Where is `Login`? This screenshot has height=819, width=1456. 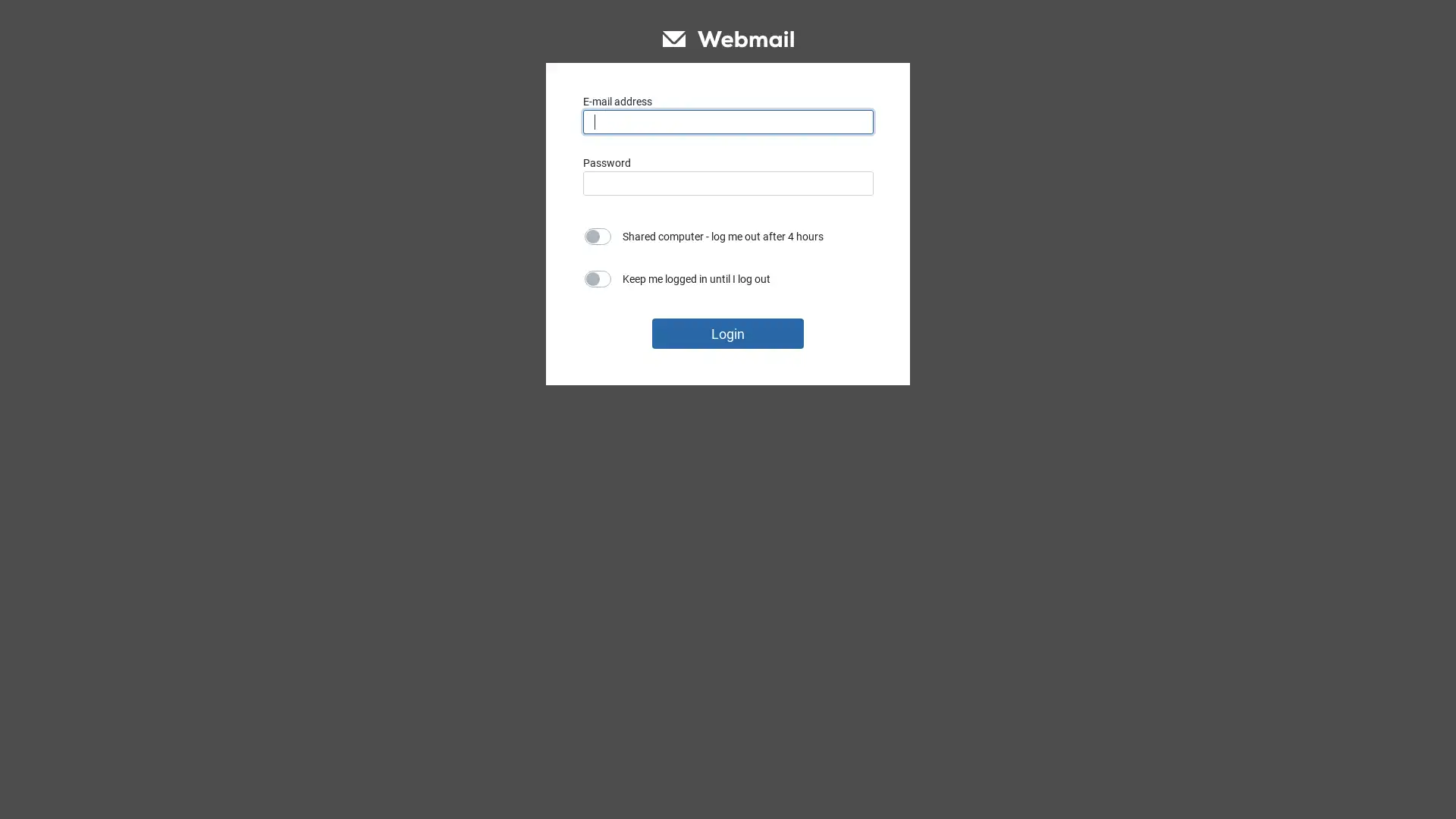
Login is located at coordinates (728, 332).